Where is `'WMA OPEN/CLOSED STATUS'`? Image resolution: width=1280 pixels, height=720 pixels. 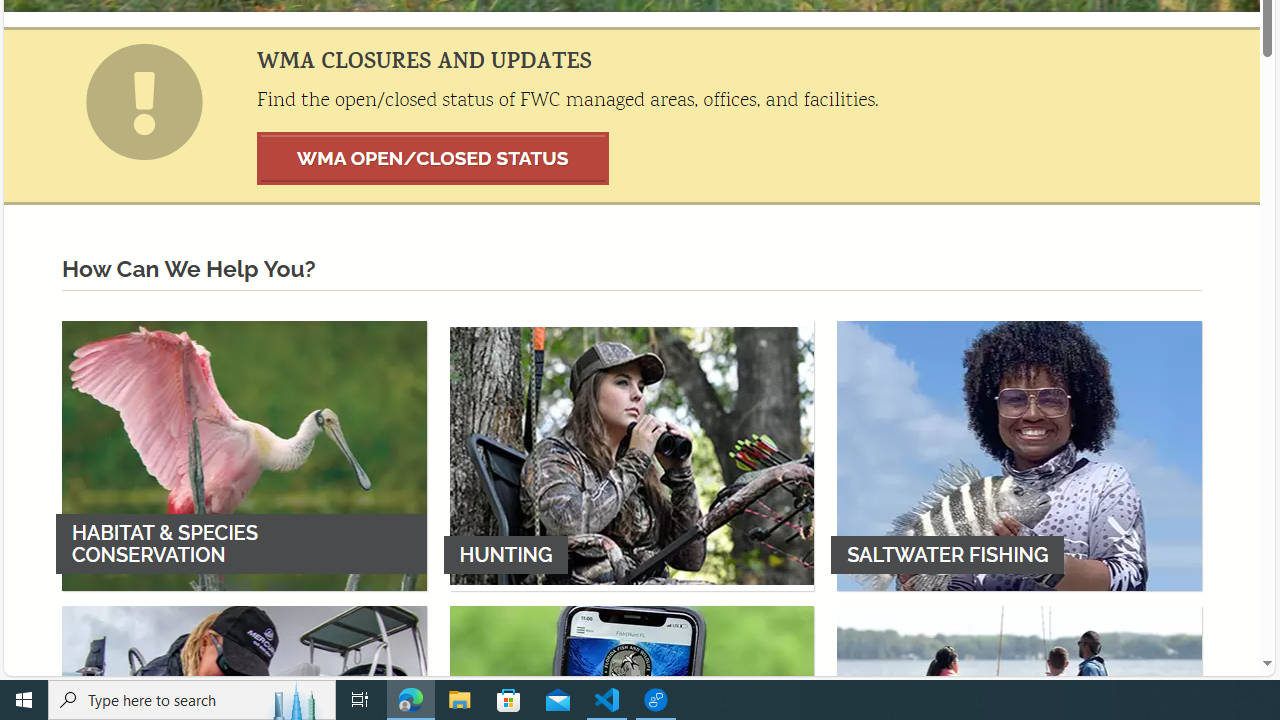 'WMA OPEN/CLOSED STATUS' is located at coordinates (432, 157).